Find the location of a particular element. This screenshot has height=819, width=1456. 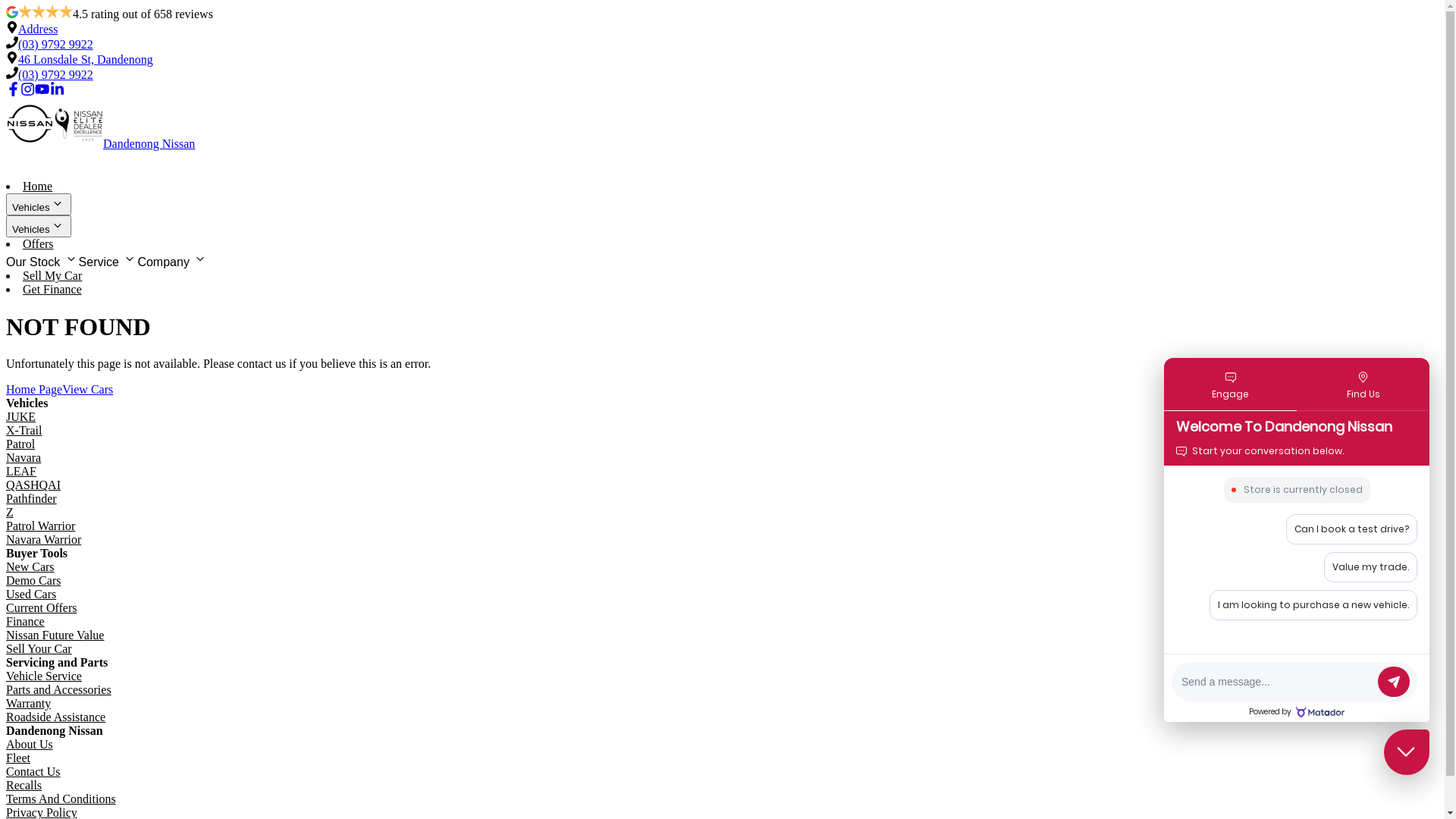

'View Cars' is located at coordinates (61, 388).